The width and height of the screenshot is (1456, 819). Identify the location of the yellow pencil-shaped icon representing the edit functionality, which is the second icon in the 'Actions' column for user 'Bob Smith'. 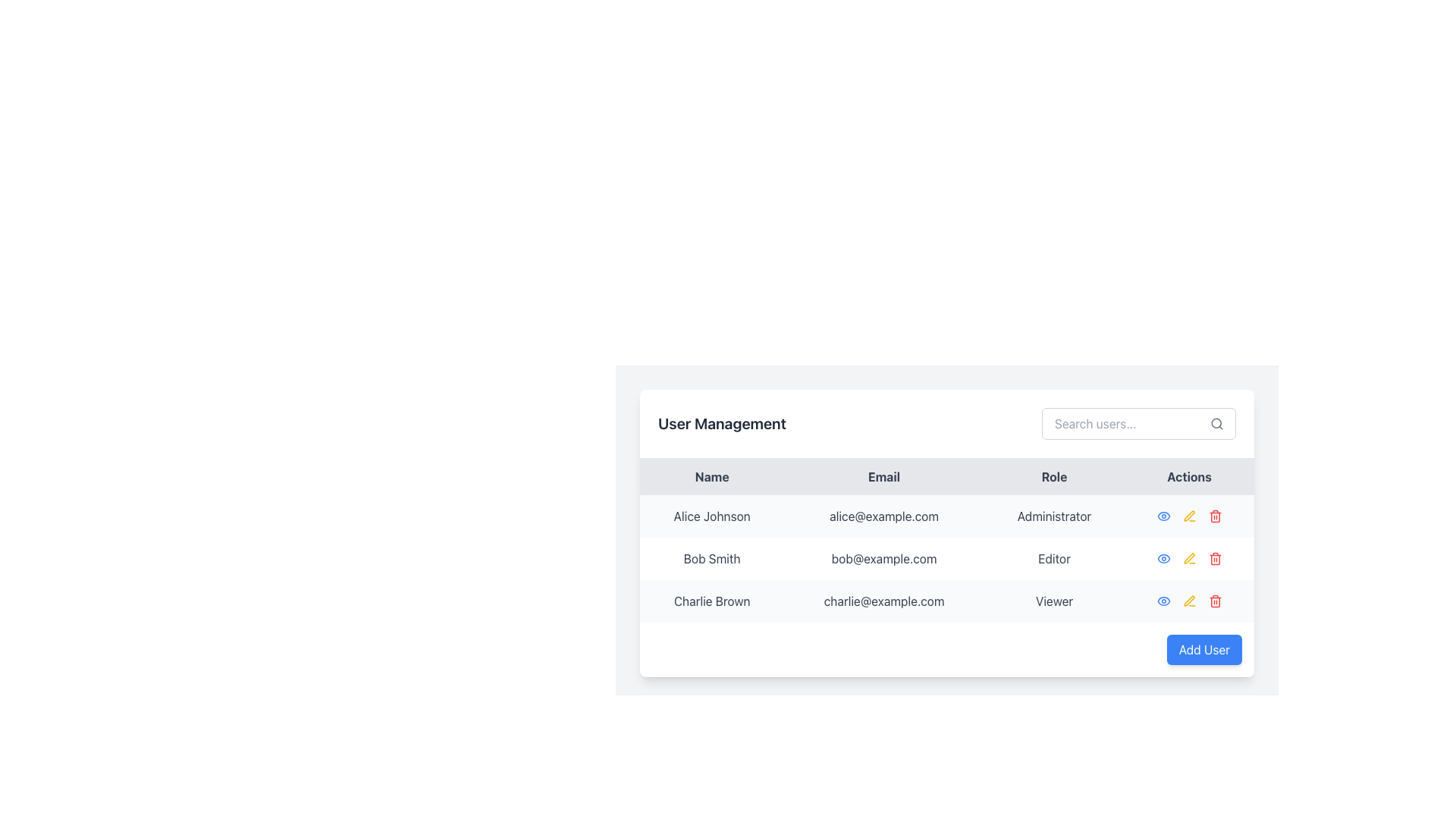
(1188, 558).